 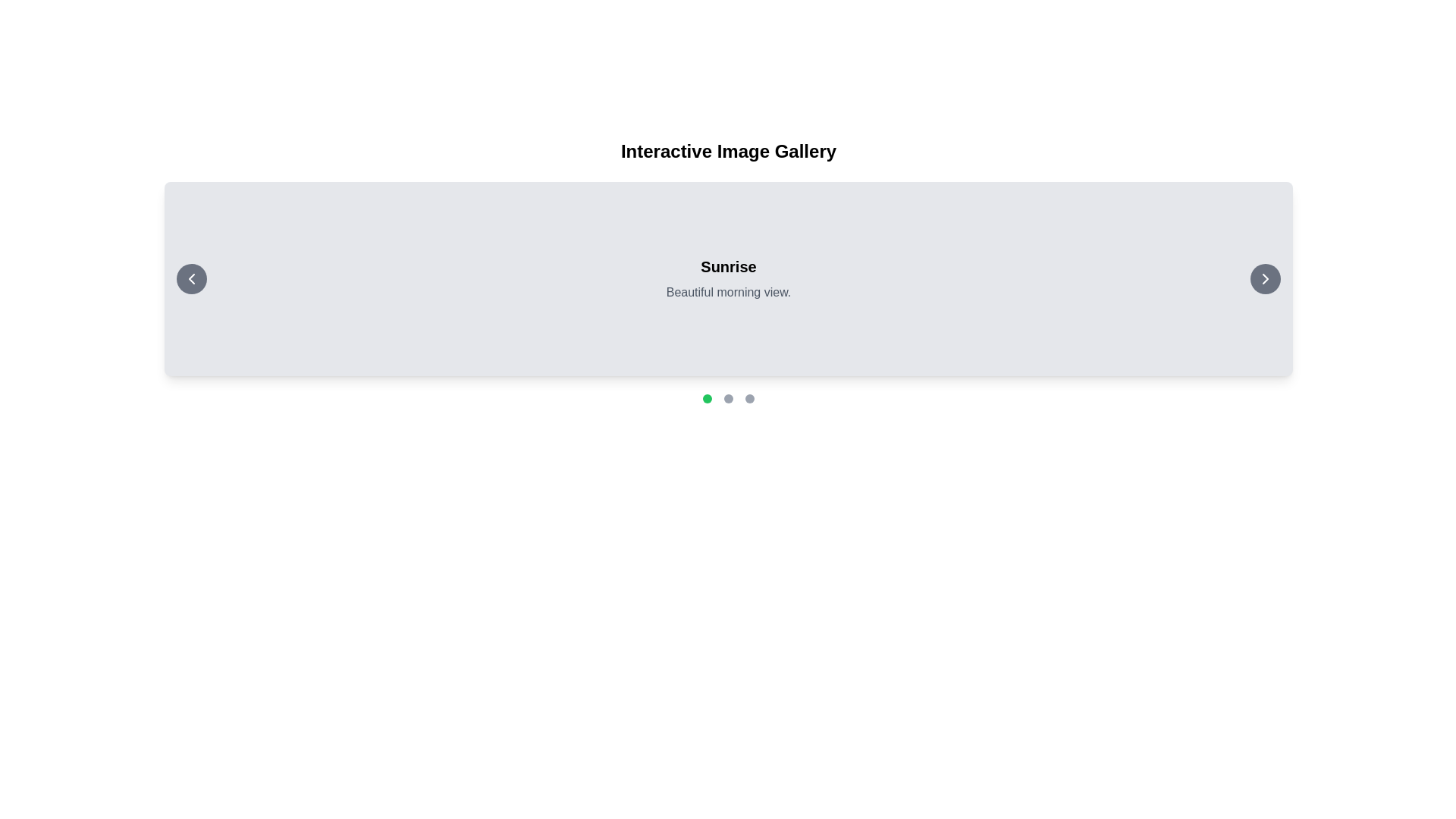 What do you see at coordinates (191, 278) in the screenshot?
I see `the chevron icon, which serves as a navigational button for the image gallery` at bounding box center [191, 278].